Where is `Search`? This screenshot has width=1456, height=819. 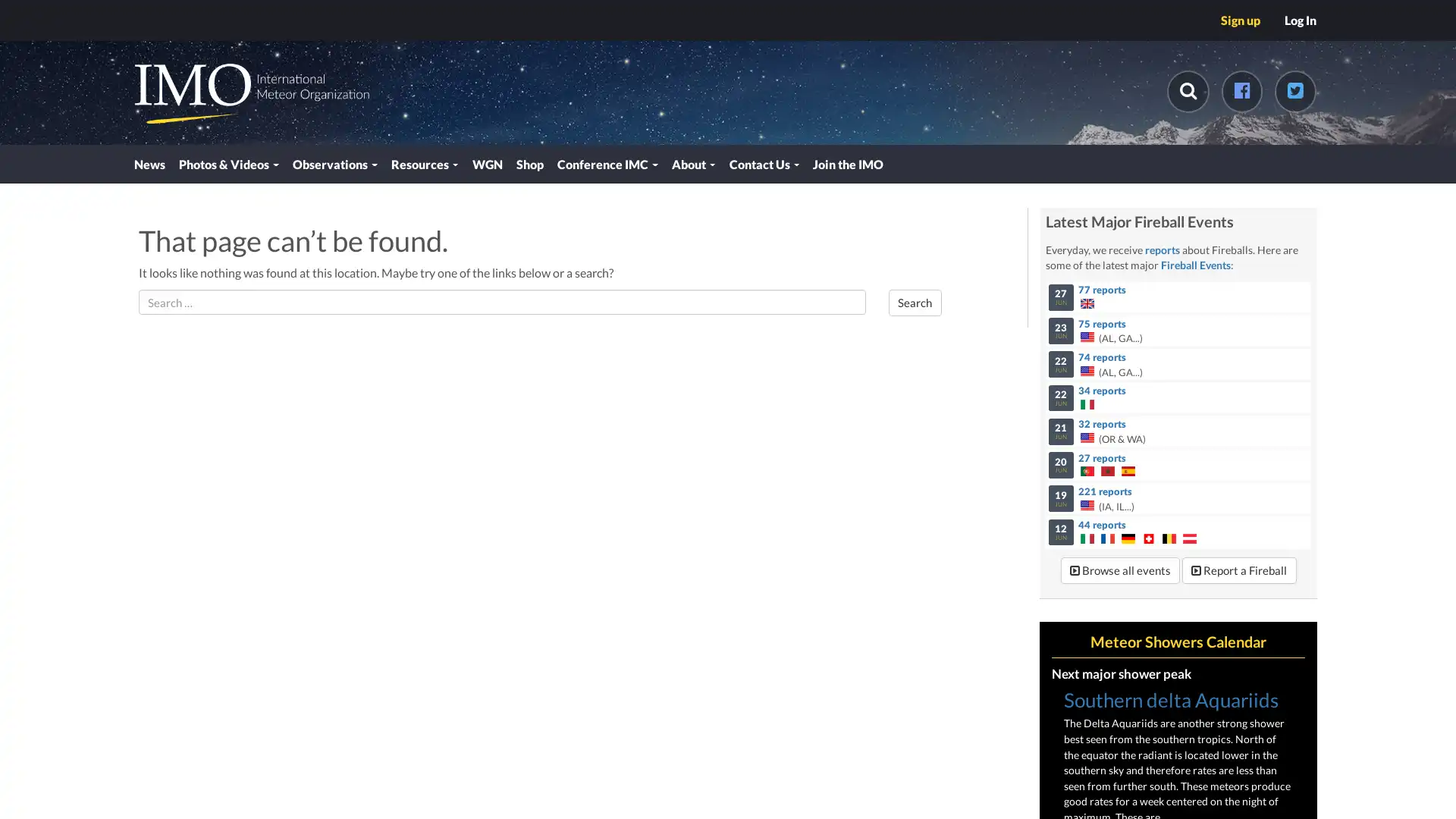
Search is located at coordinates (914, 311).